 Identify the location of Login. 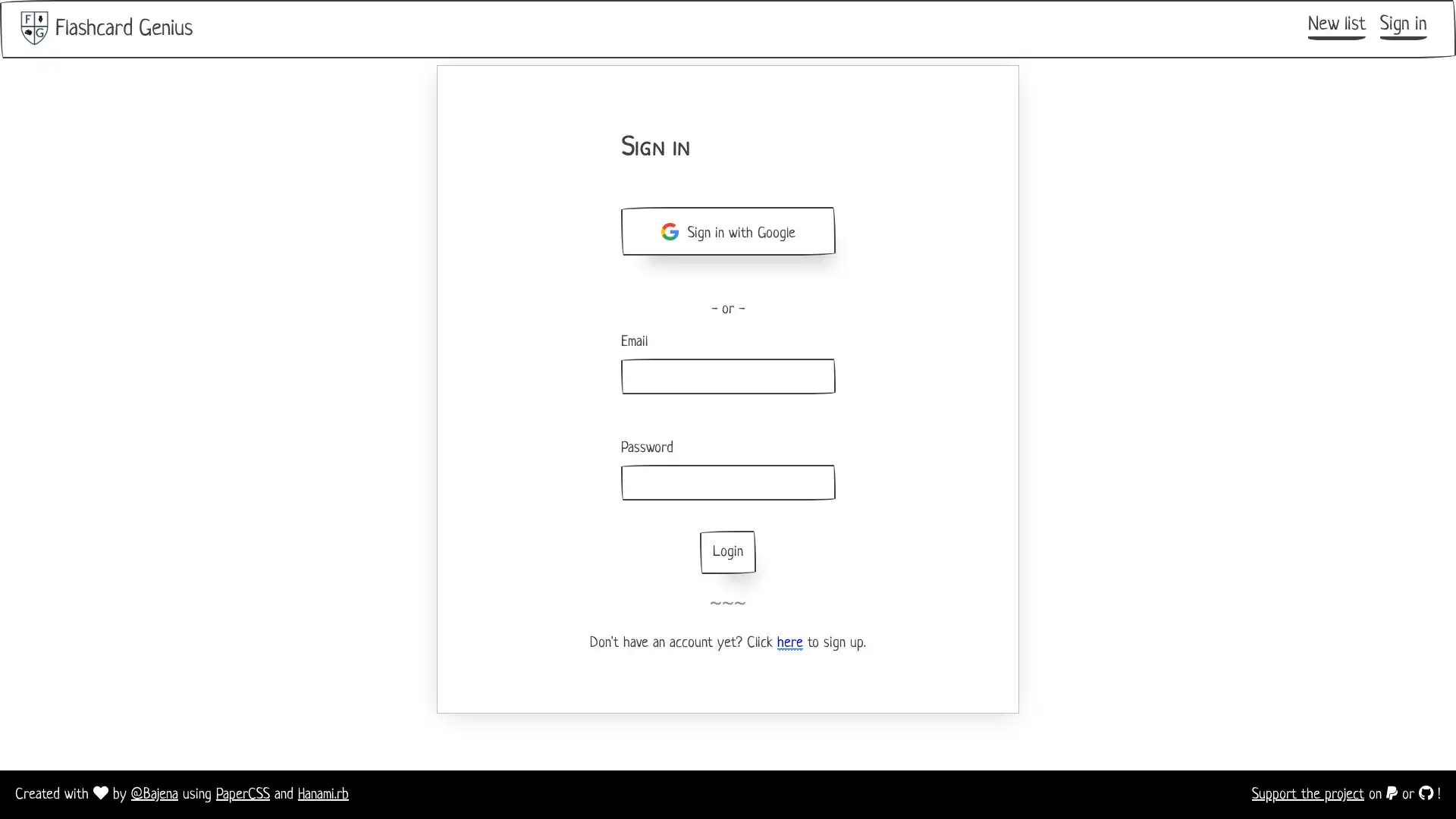
(728, 552).